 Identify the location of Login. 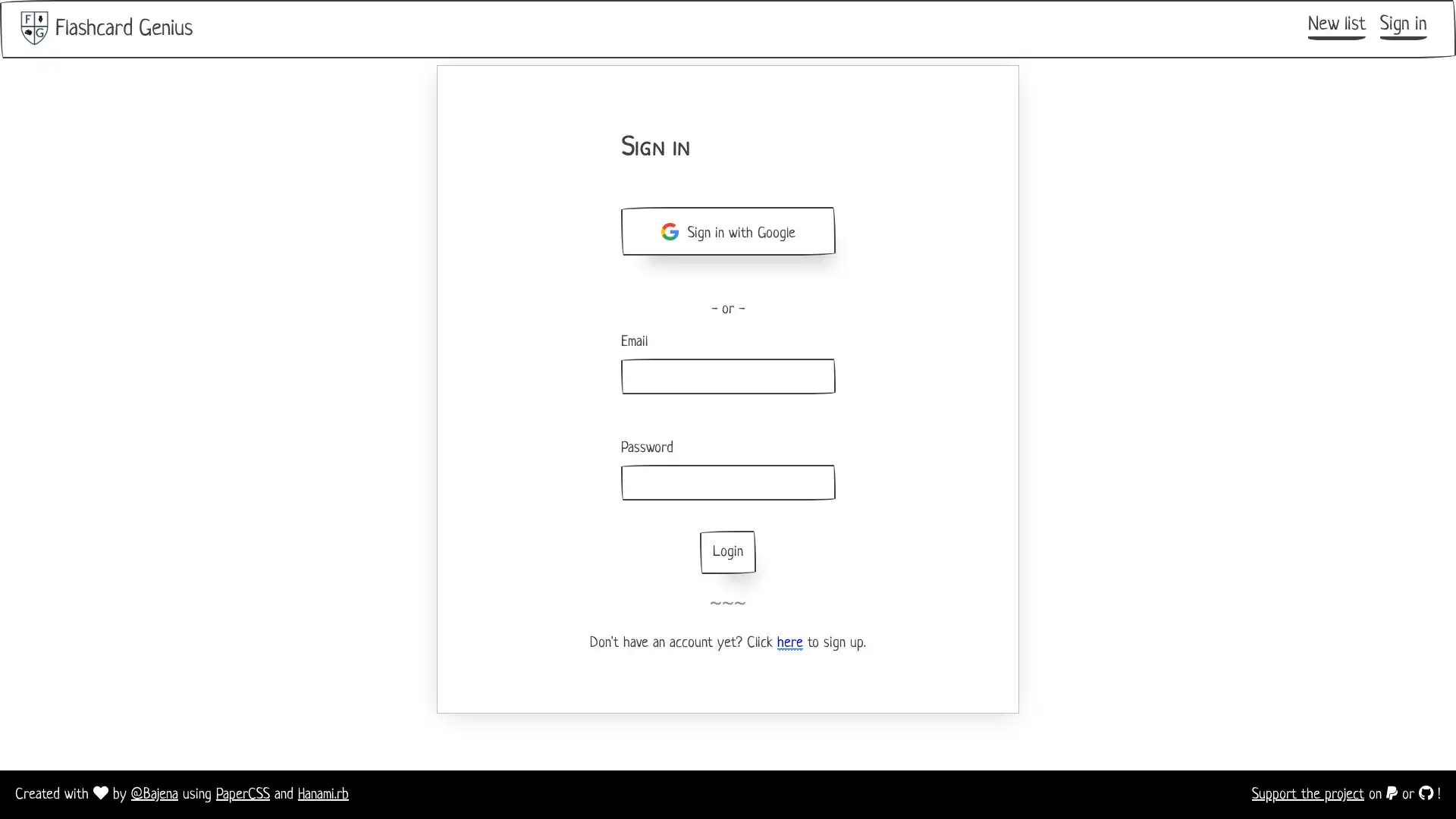
(728, 552).